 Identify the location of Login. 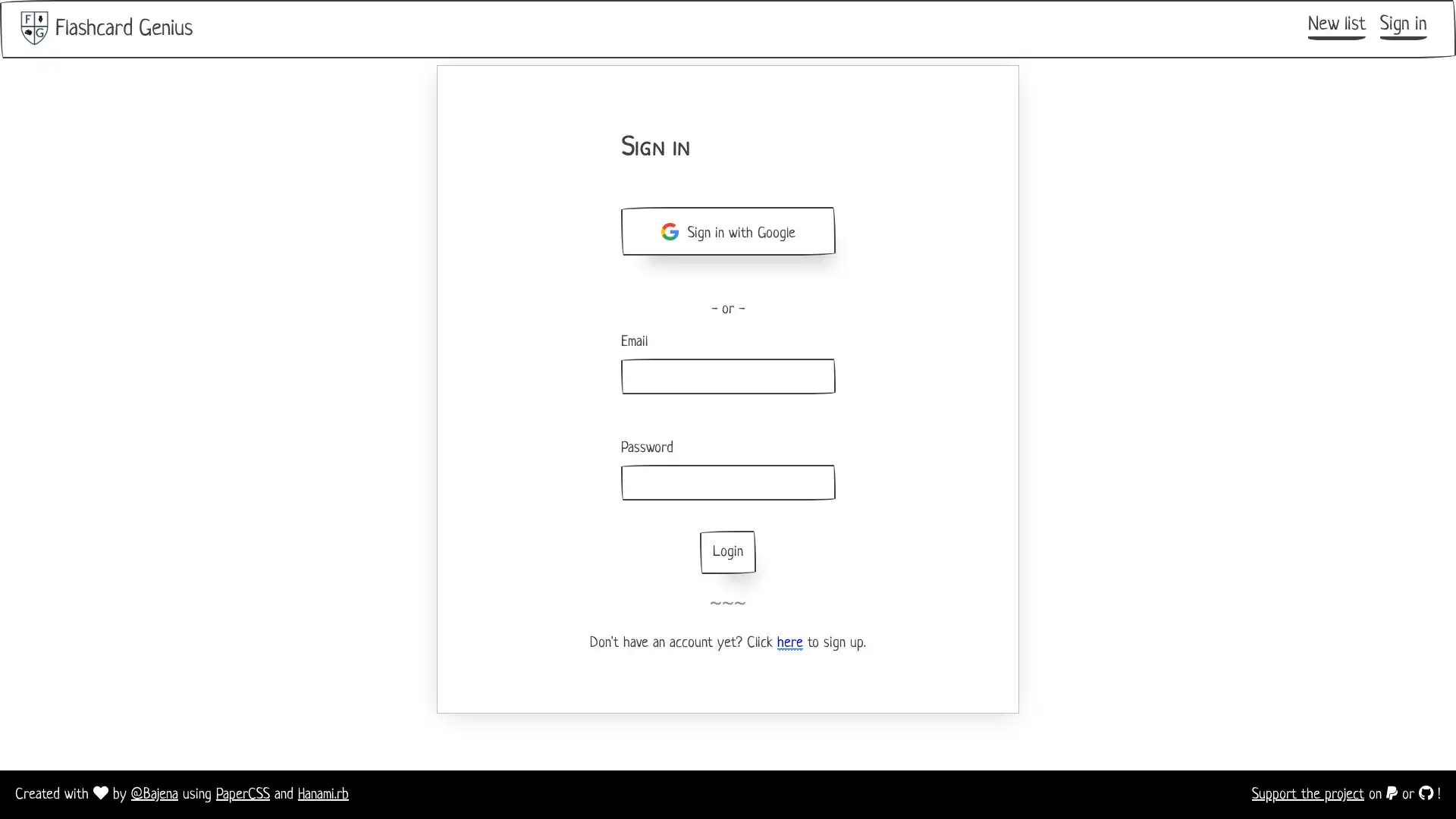
(728, 552).